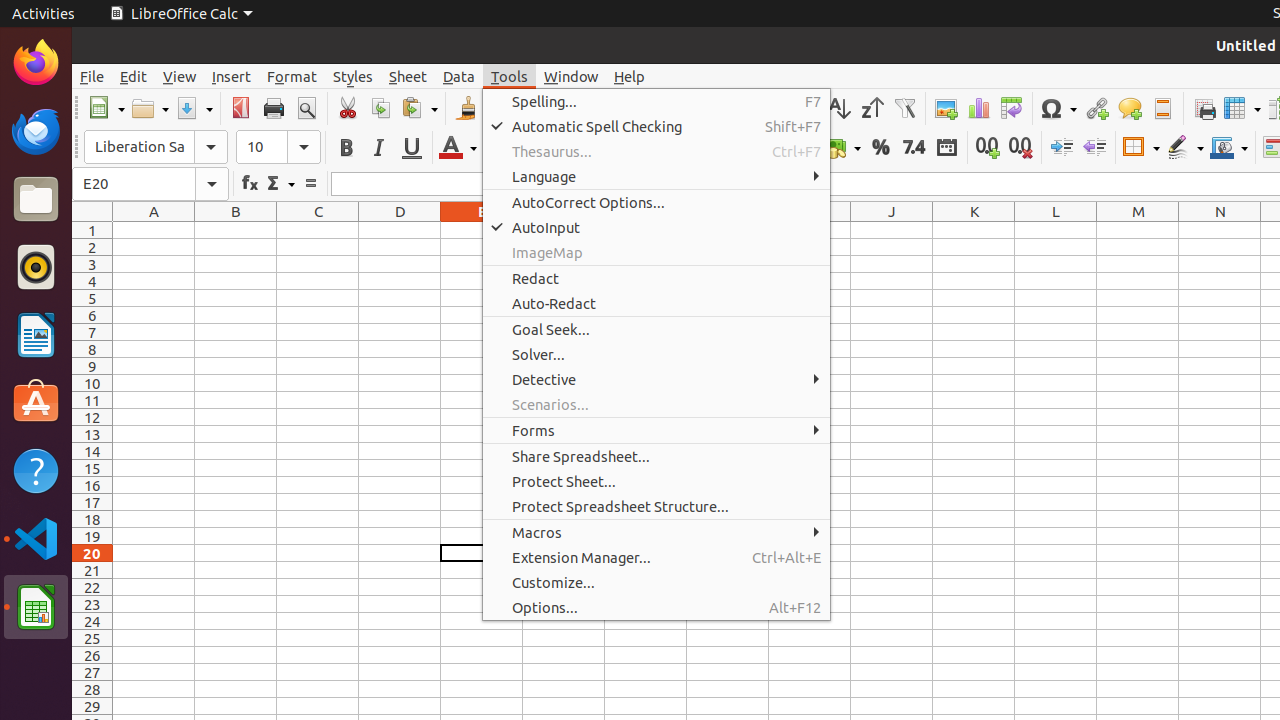  What do you see at coordinates (509, 75) in the screenshot?
I see `'Tools'` at bounding box center [509, 75].